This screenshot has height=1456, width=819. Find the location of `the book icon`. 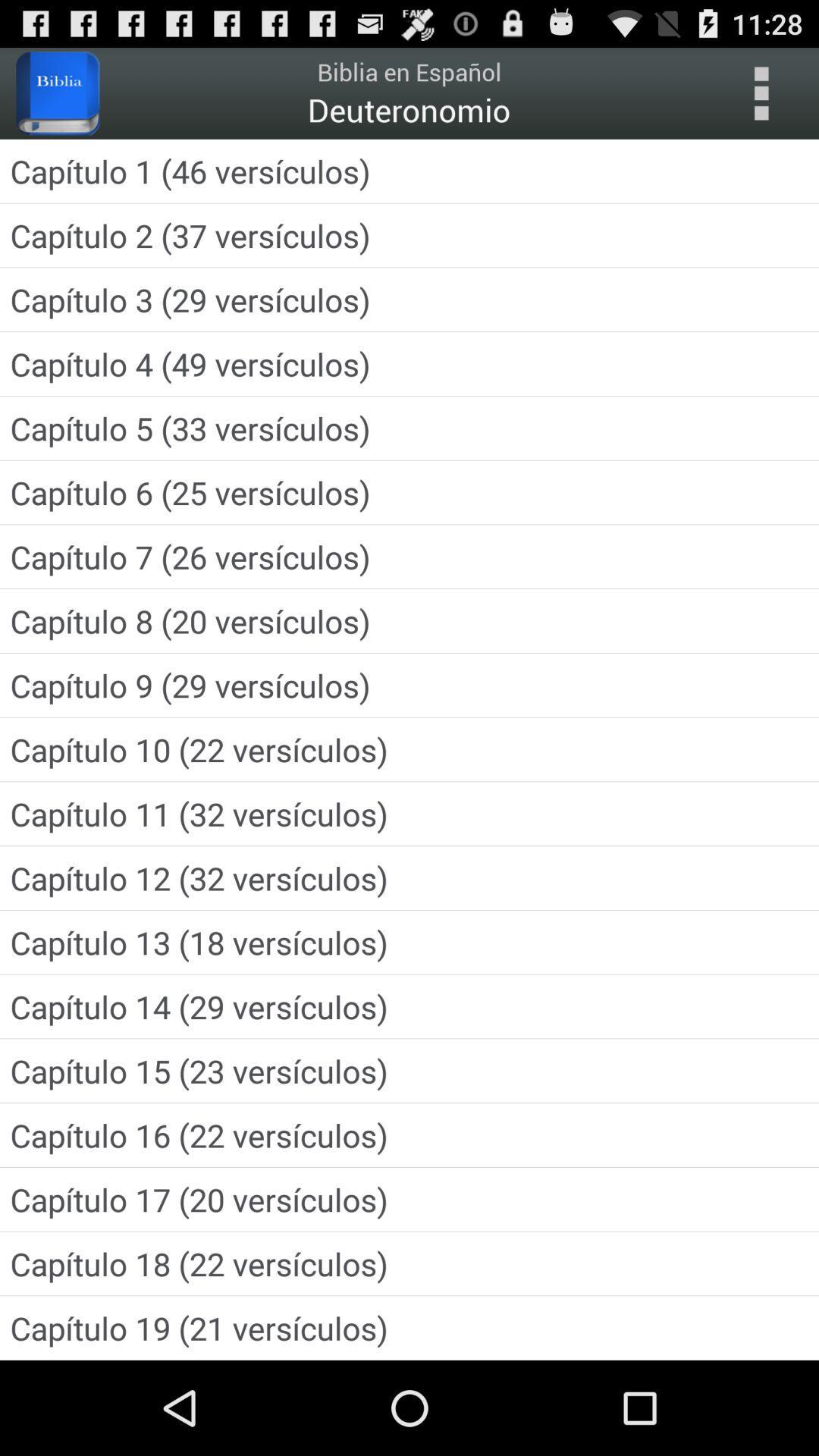

the book icon is located at coordinates (57, 99).